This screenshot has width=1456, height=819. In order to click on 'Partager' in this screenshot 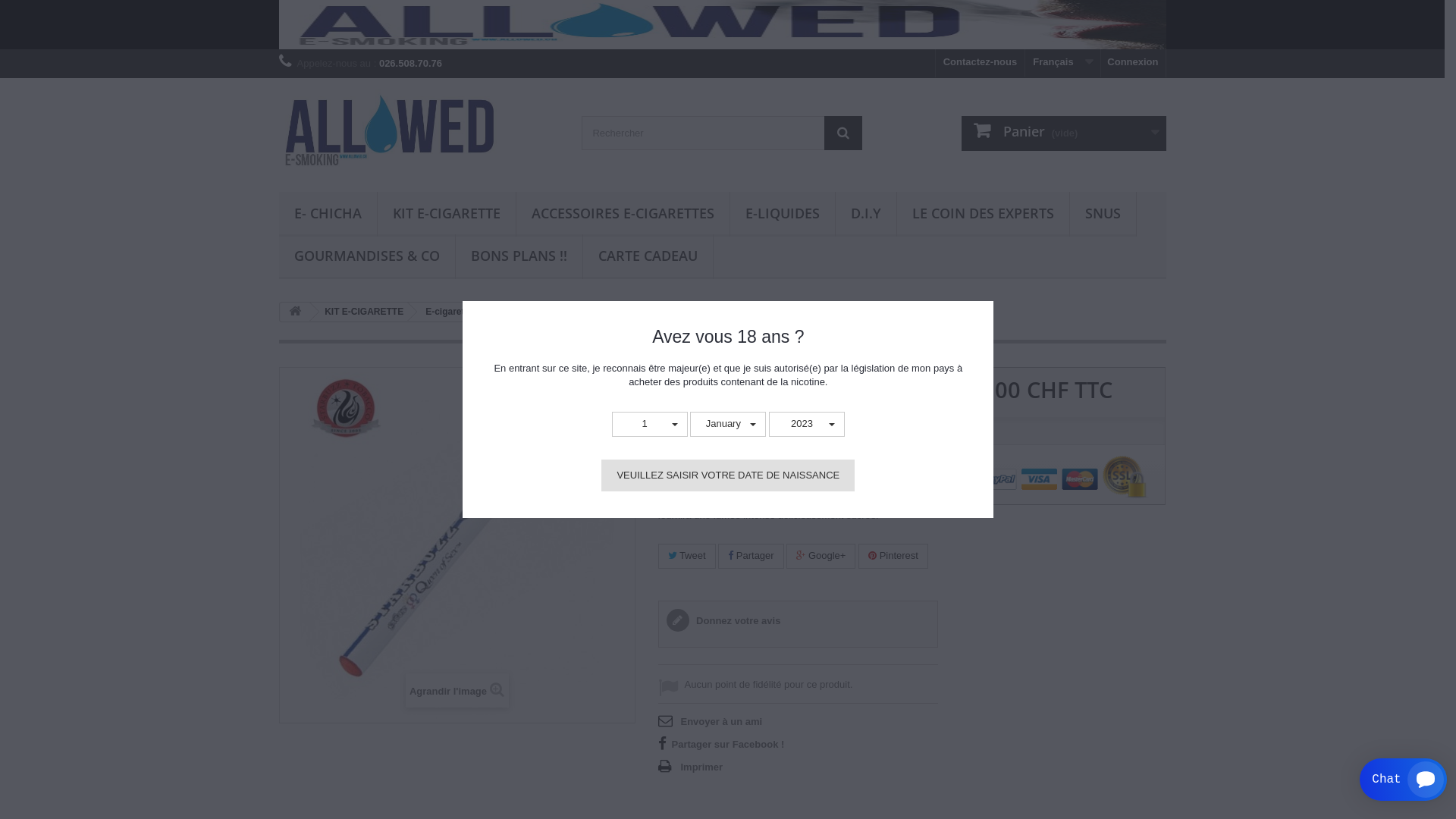, I will do `click(750, 556)`.